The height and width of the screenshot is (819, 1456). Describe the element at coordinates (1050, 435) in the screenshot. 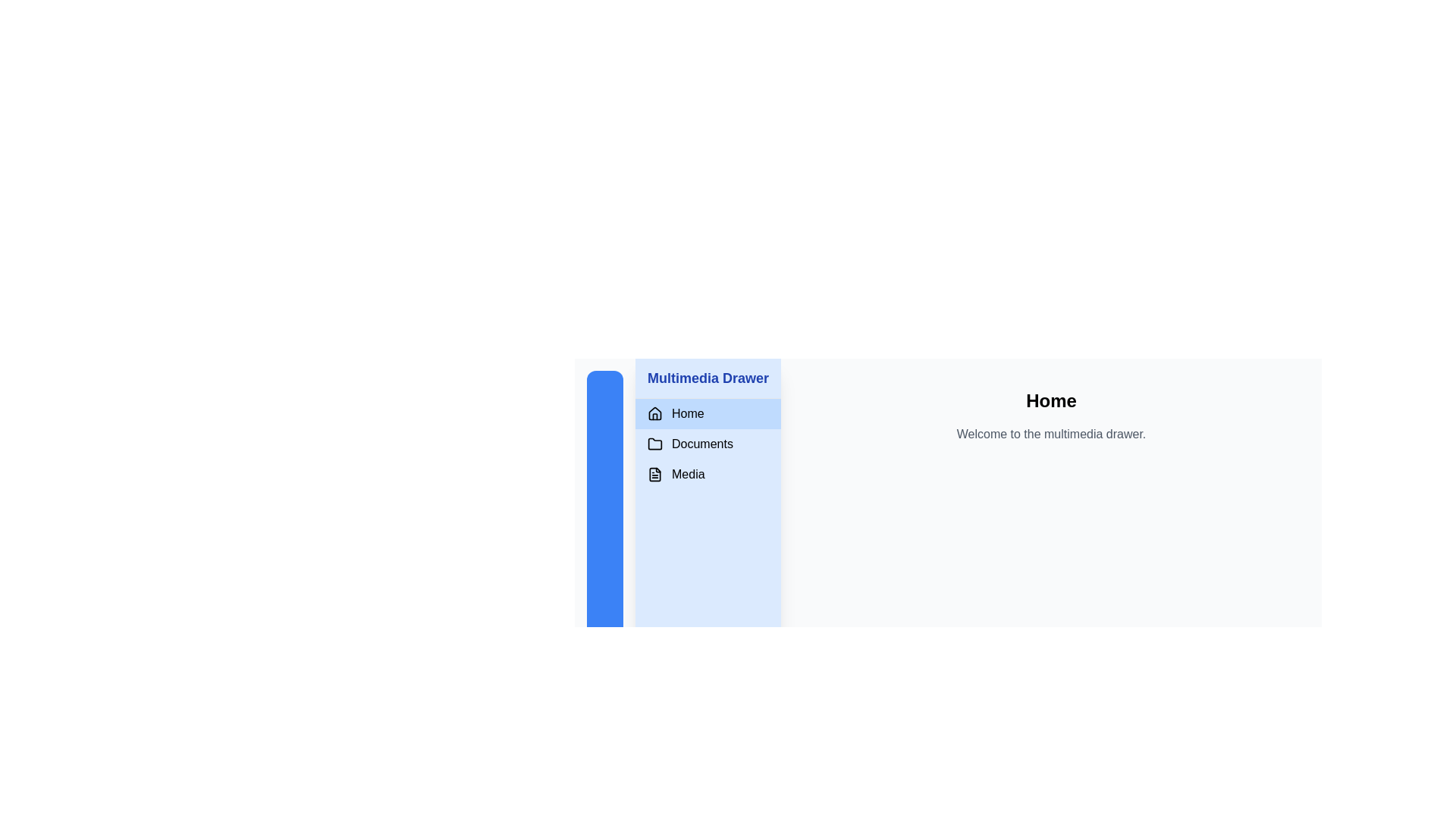

I see `the static text element that provides a welcoming message, positioned centrally below the 'Home' heading` at that location.